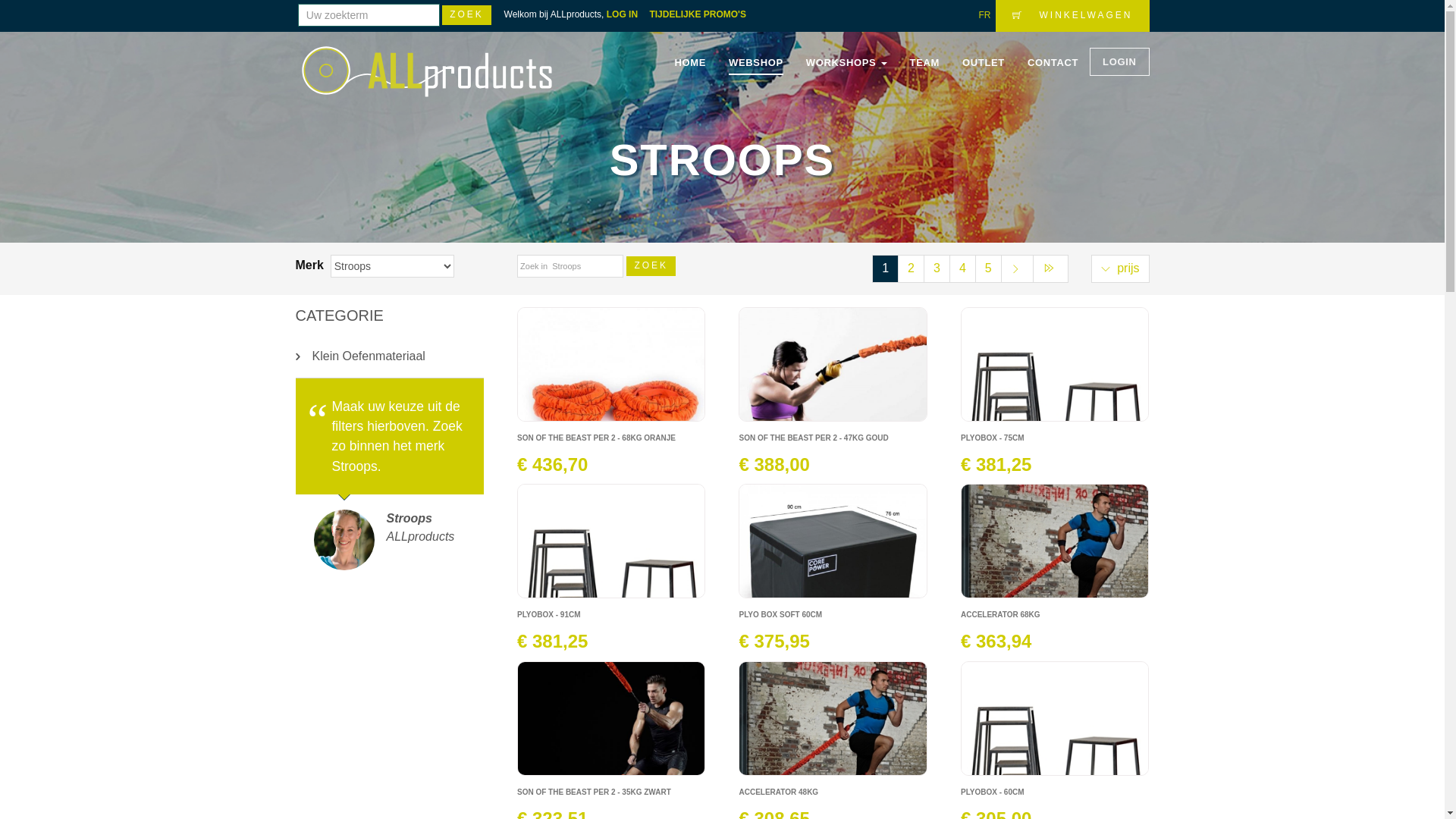 This screenshot has height=819, width=1456. What do you see at coordinates (910, 268) in the screenshot?
I see `'2'` at bounding box center [910, 268].